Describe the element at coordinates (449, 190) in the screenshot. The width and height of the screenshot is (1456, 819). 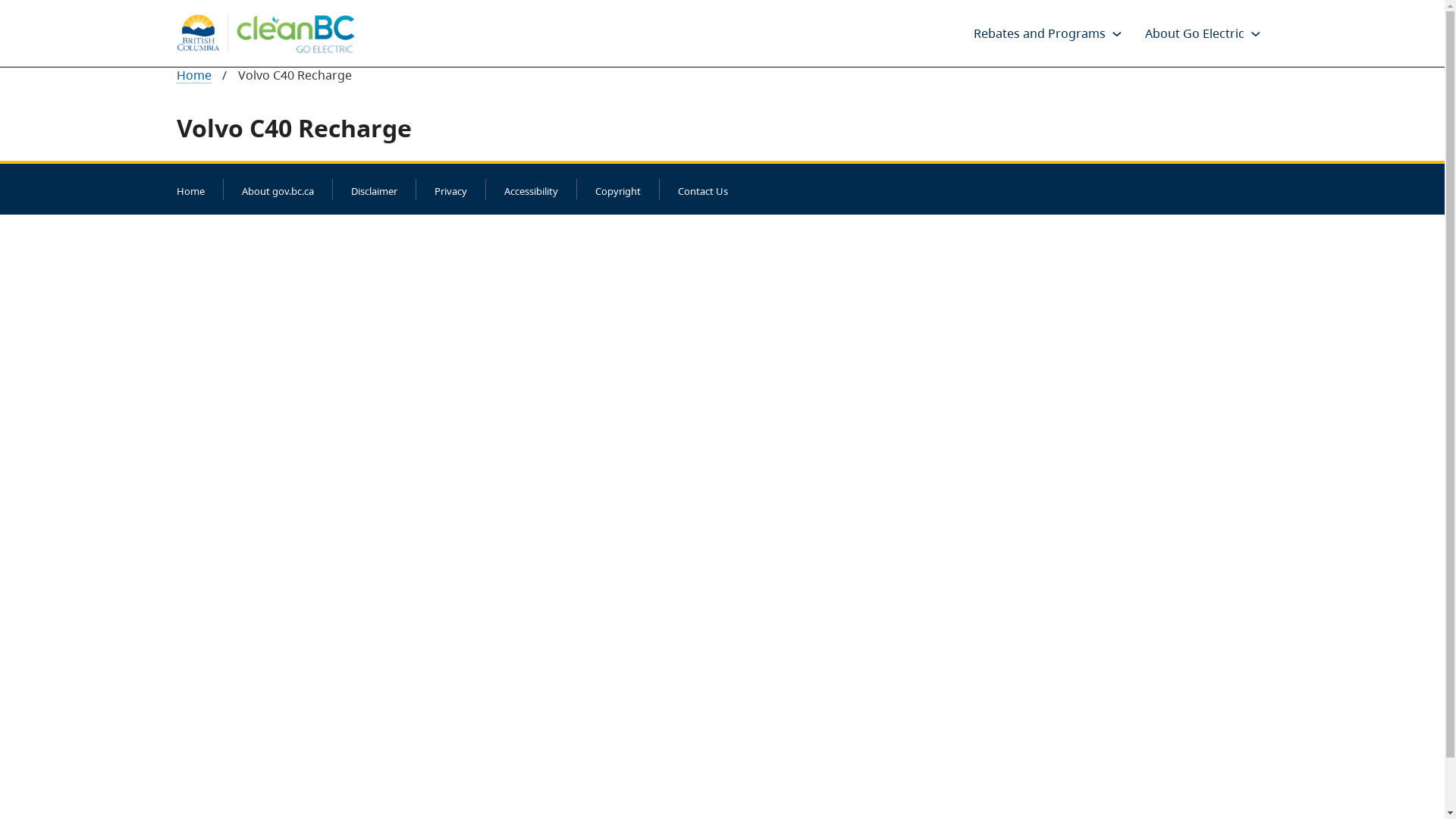
I see `'Privacy'` at that location.